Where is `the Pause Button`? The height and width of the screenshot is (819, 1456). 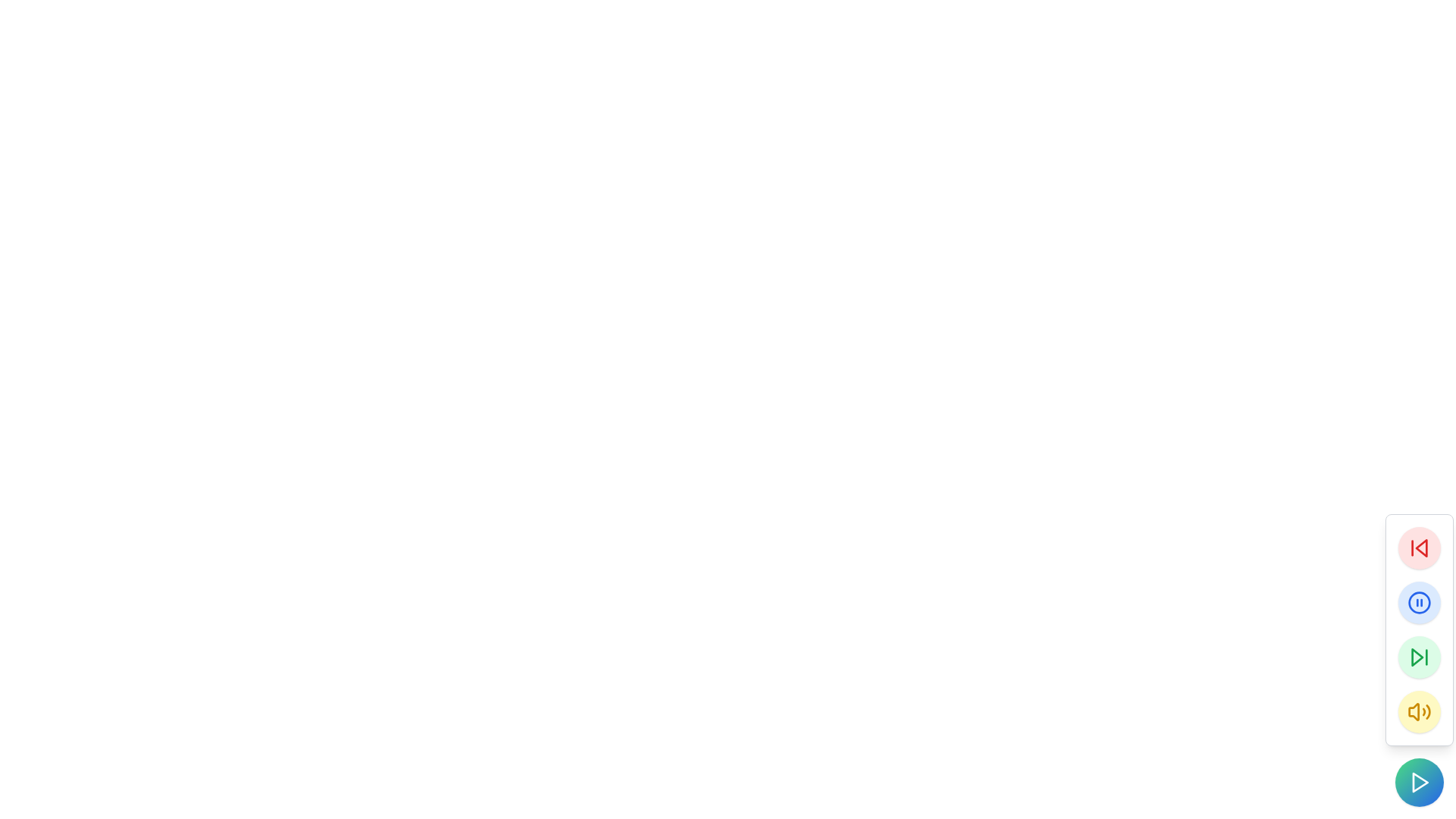
the Pause Button is located at coordinates (1419, 601).